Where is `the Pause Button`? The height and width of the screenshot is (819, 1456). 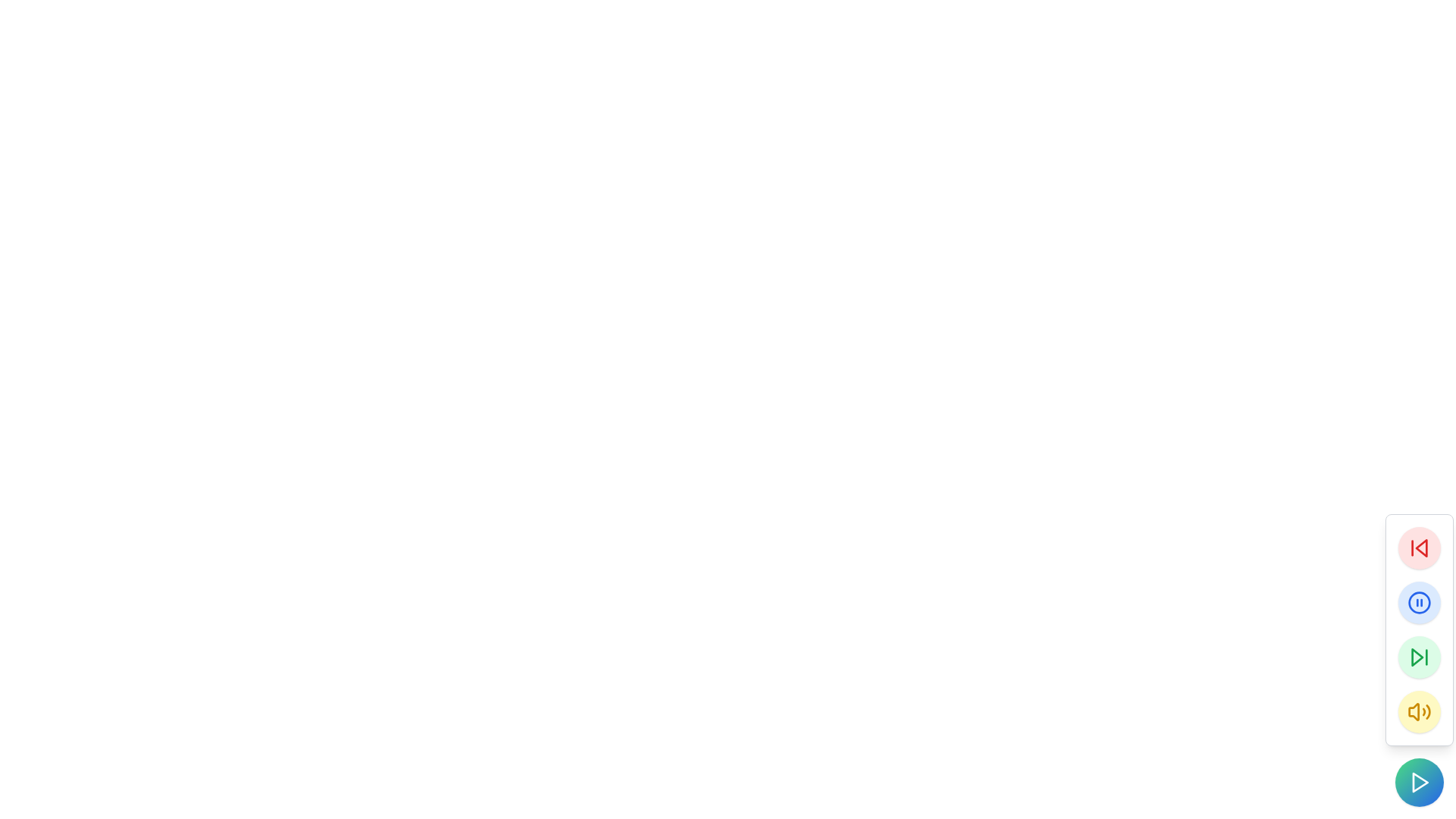
the Pause Button is located at coordinates (1419, 601).